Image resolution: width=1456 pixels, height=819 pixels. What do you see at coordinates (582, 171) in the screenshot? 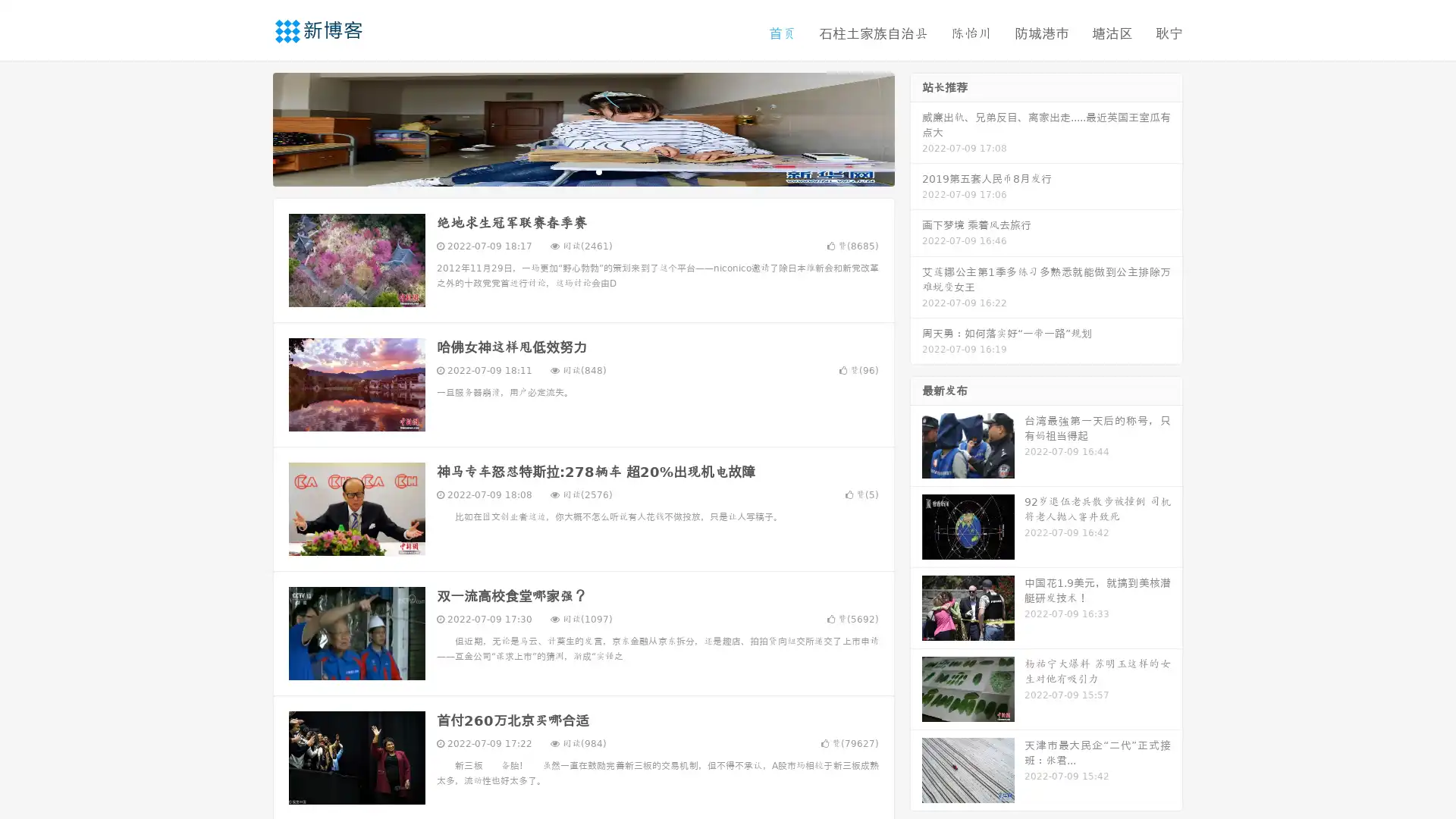
I see `Go to slide 2` at bounding box center [582, 171].